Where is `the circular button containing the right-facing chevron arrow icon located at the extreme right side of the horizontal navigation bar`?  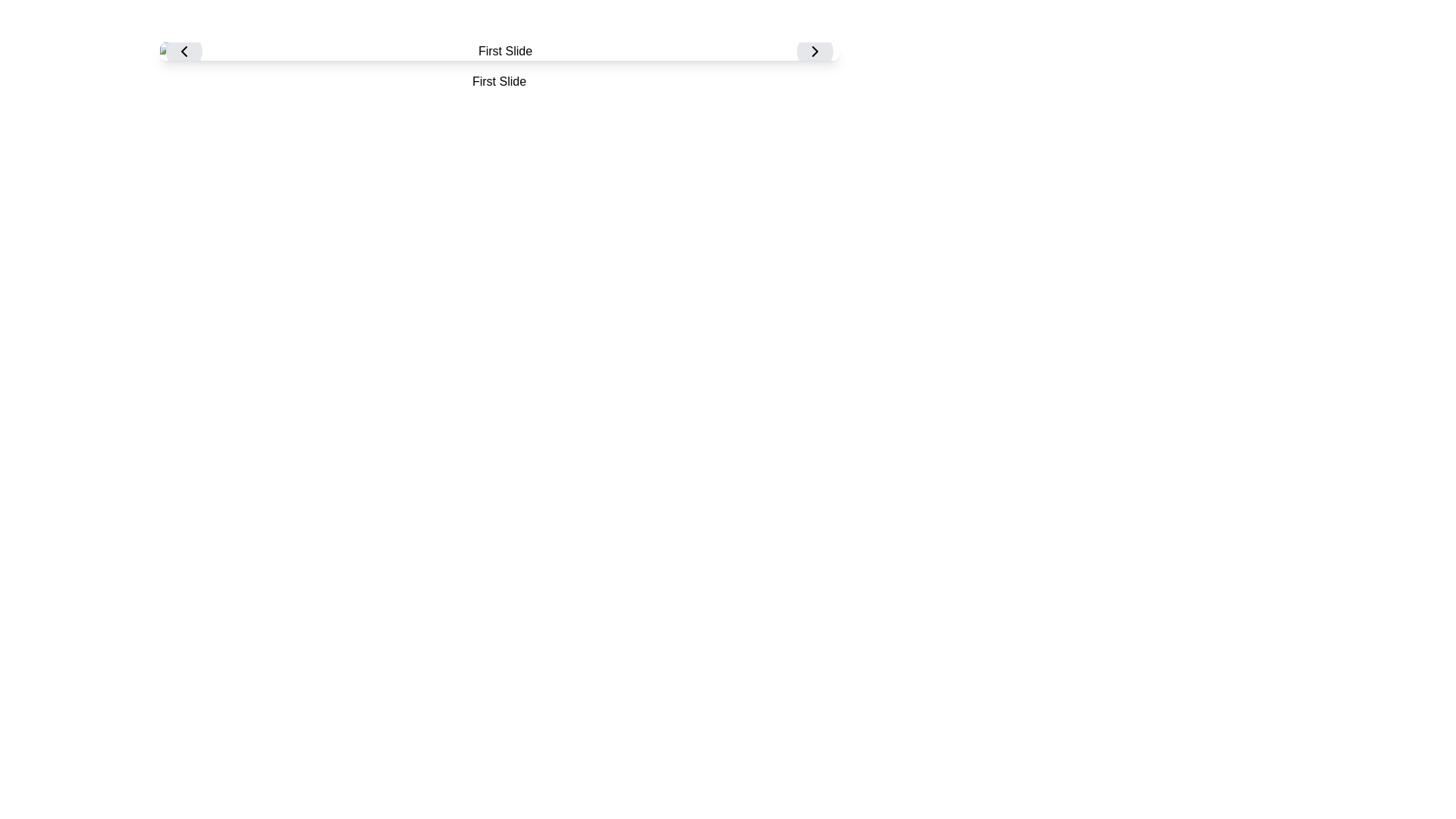 the circular button containing the right-facing chevron arrow icon located at the extreme right side of the horizontal navigation bar is located at coordinates (814, 51).